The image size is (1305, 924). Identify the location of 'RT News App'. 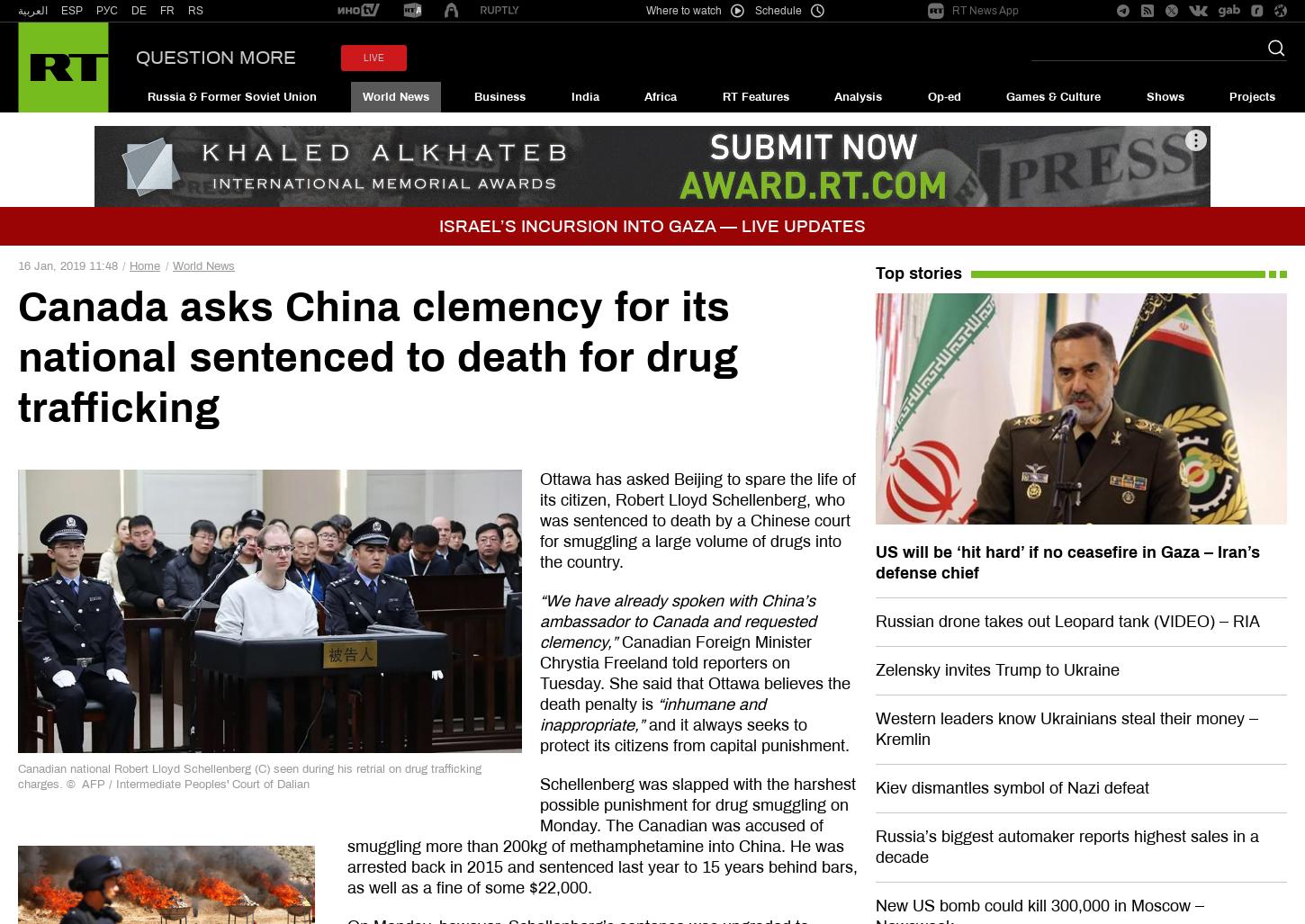
(951, 11).